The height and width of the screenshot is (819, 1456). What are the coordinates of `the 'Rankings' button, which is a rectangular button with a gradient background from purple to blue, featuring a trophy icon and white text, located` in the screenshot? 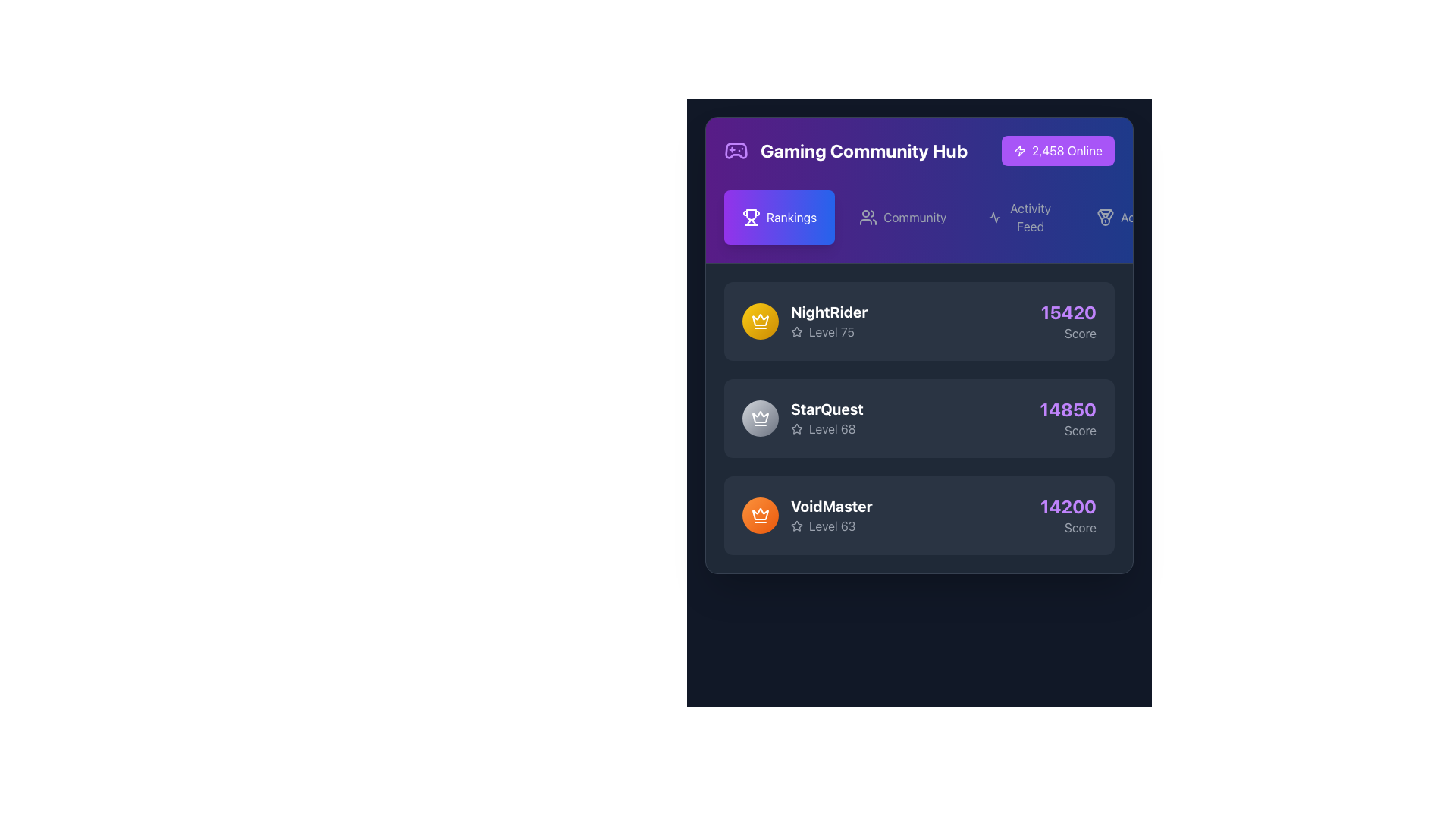 It's located at (779, 217).